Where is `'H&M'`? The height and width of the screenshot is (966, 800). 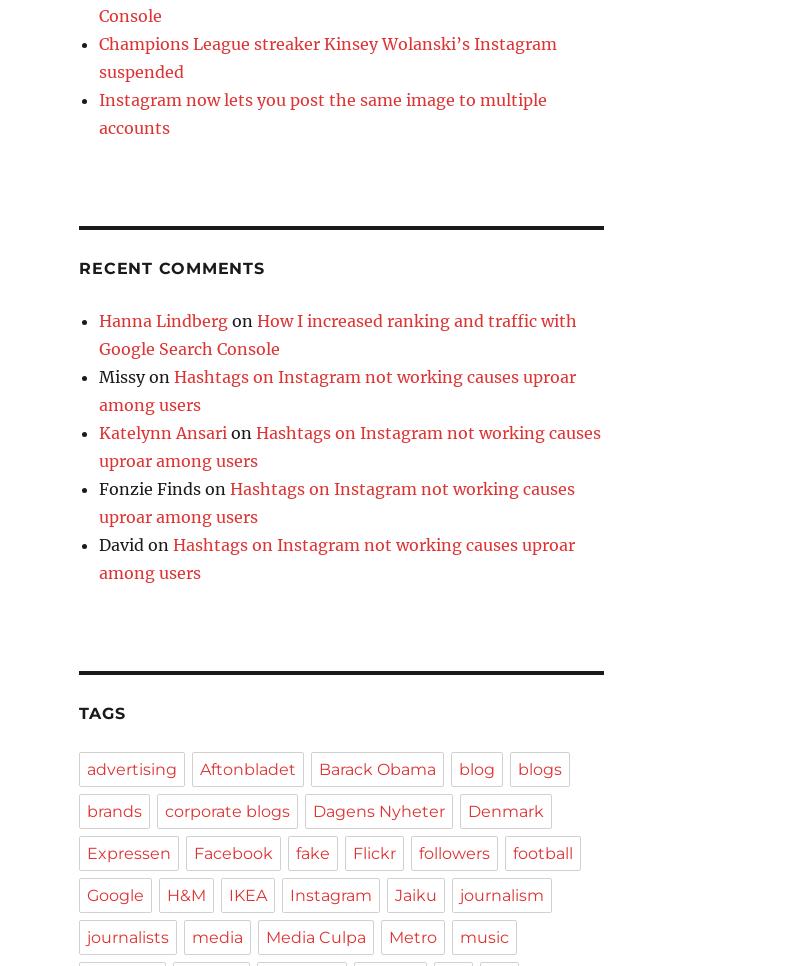 'H&M' is located at coordinates (185, 895).